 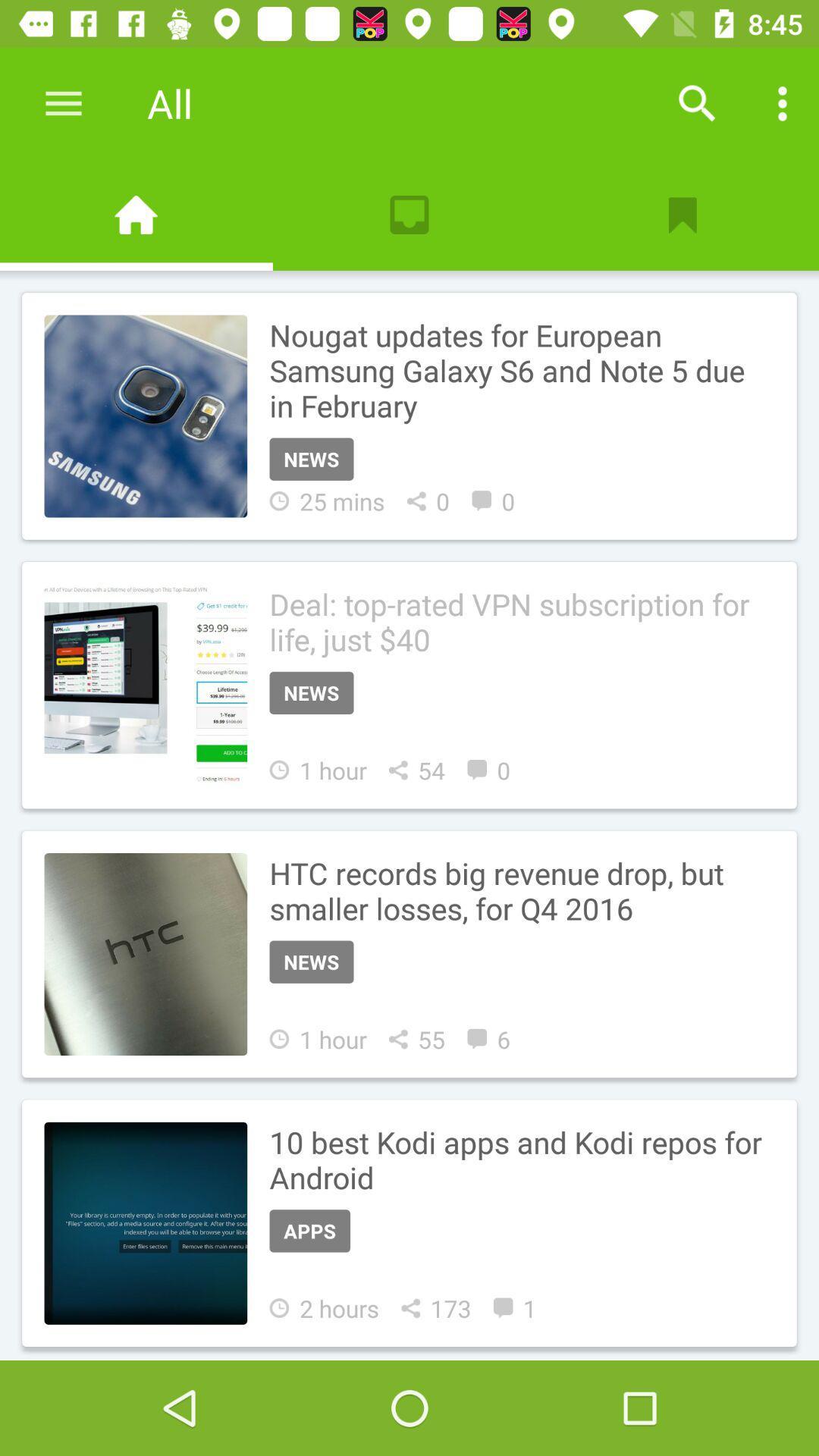 What do you see at coordinates (63, 102) in the screenshot?
I see `the menu icon` at bounding box center [63, 102].